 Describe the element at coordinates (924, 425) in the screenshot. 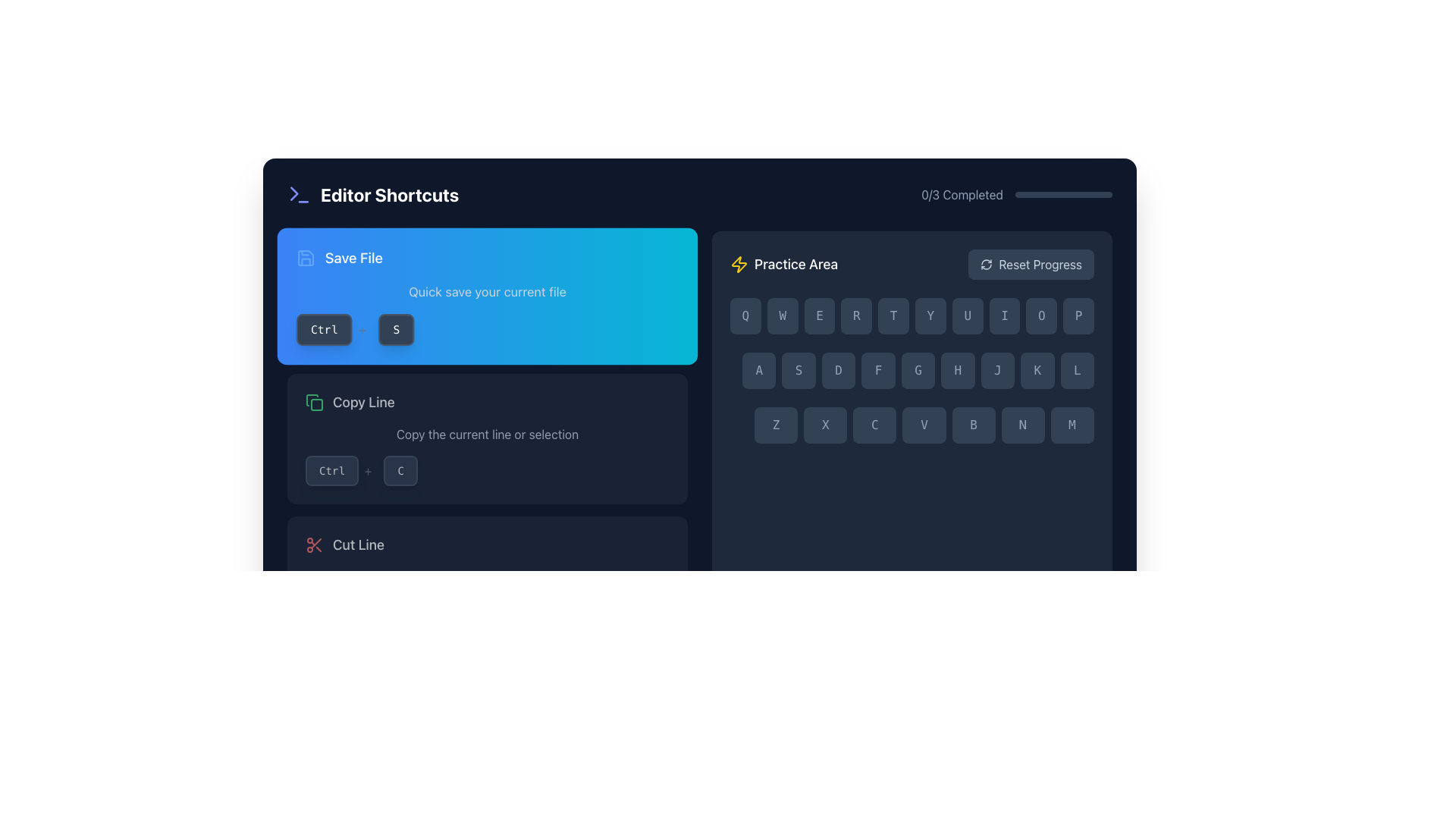

I see `the fourth button in the bottom row of the keyboard layout in the 'Practice Area' section to simulate pressing the 'V' key` at that location.